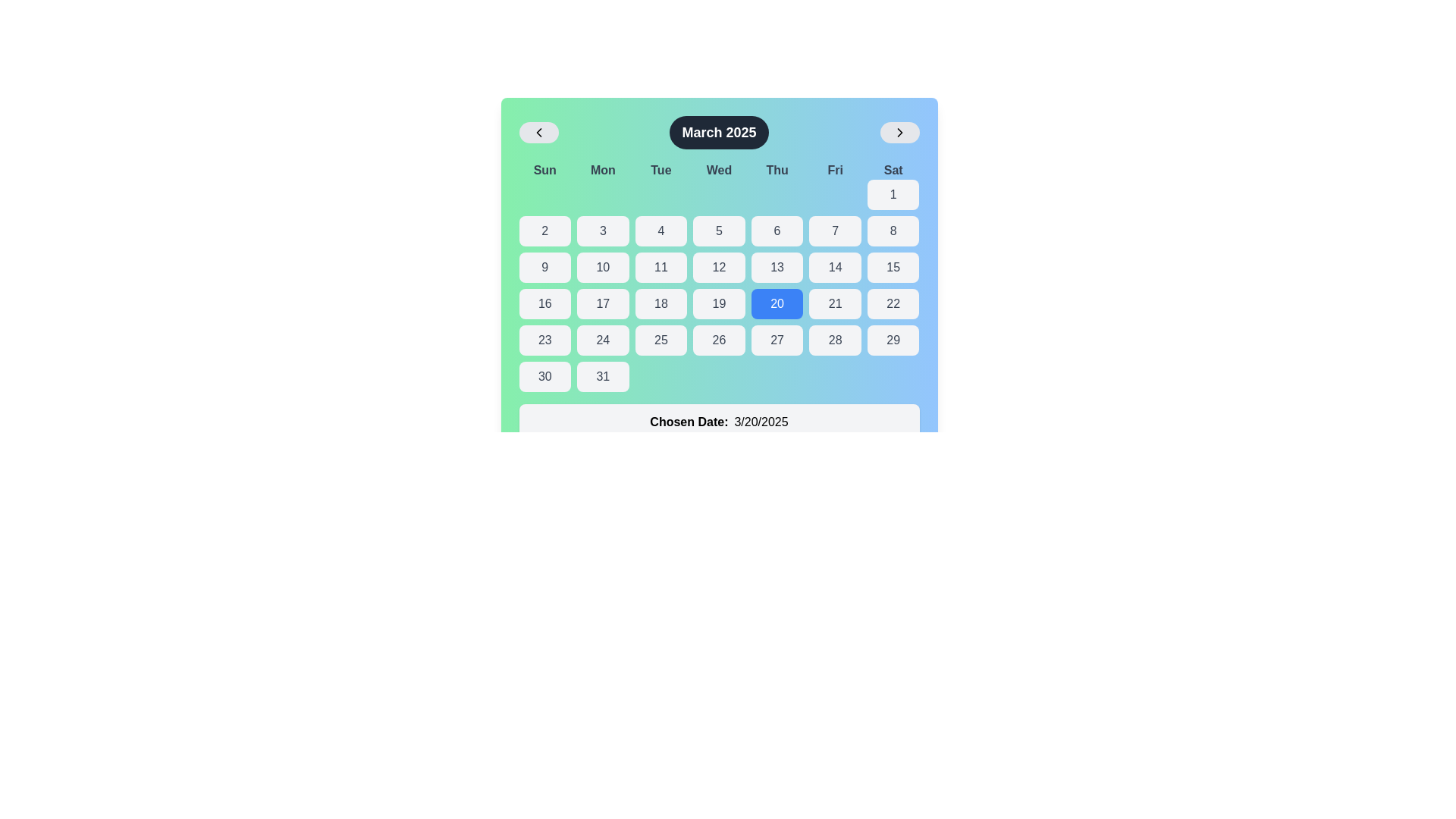 The image size is (1456, 819). Describe the element at coordinates (893, 339) in the screenshot. I see `the button representing the 29th date of the month in the calendar interface` at that location.